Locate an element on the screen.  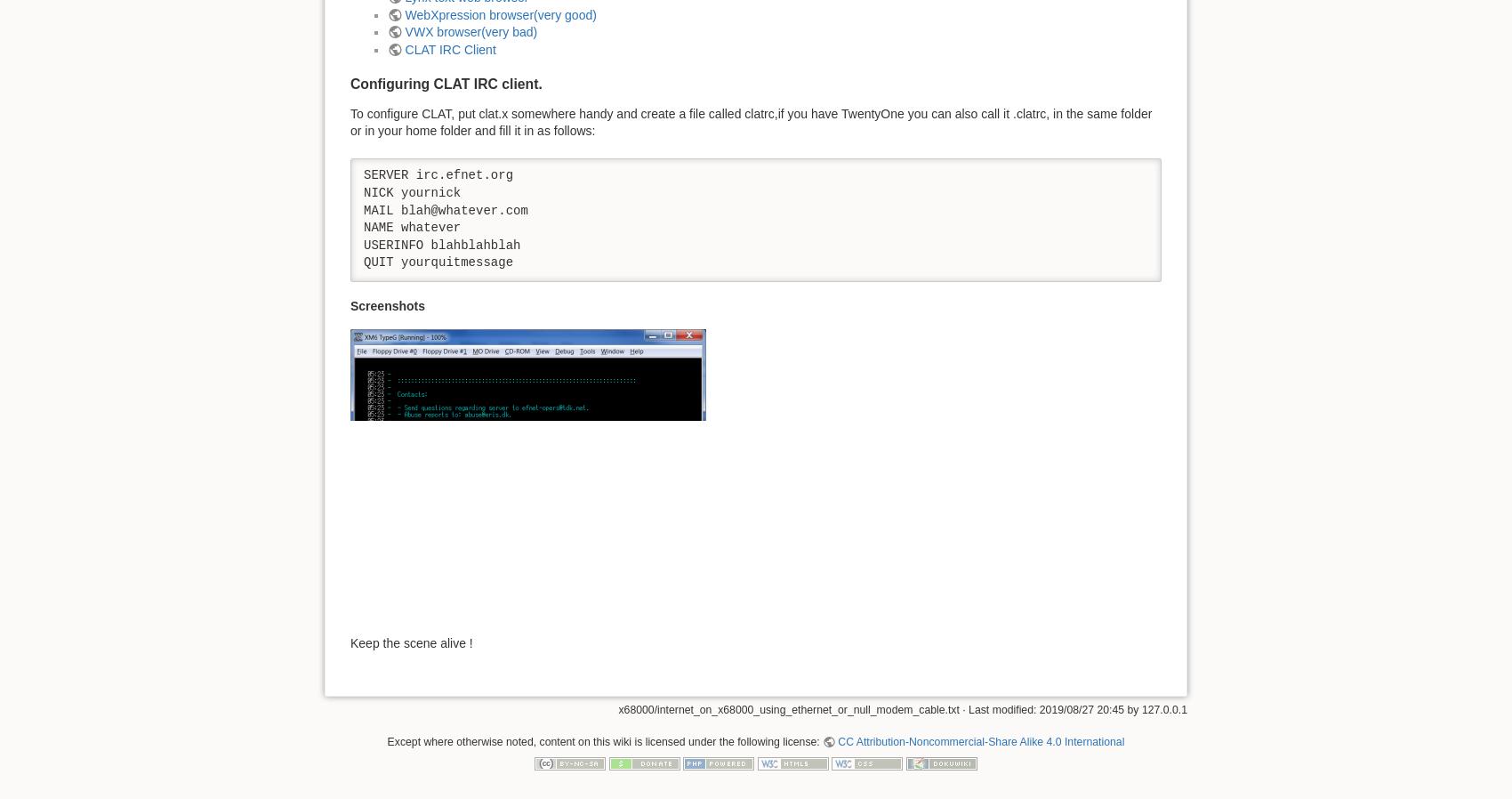
'Except where otherwise noted, content on this wiki is licensed under the following license:' is located at coordinates (605, 741).